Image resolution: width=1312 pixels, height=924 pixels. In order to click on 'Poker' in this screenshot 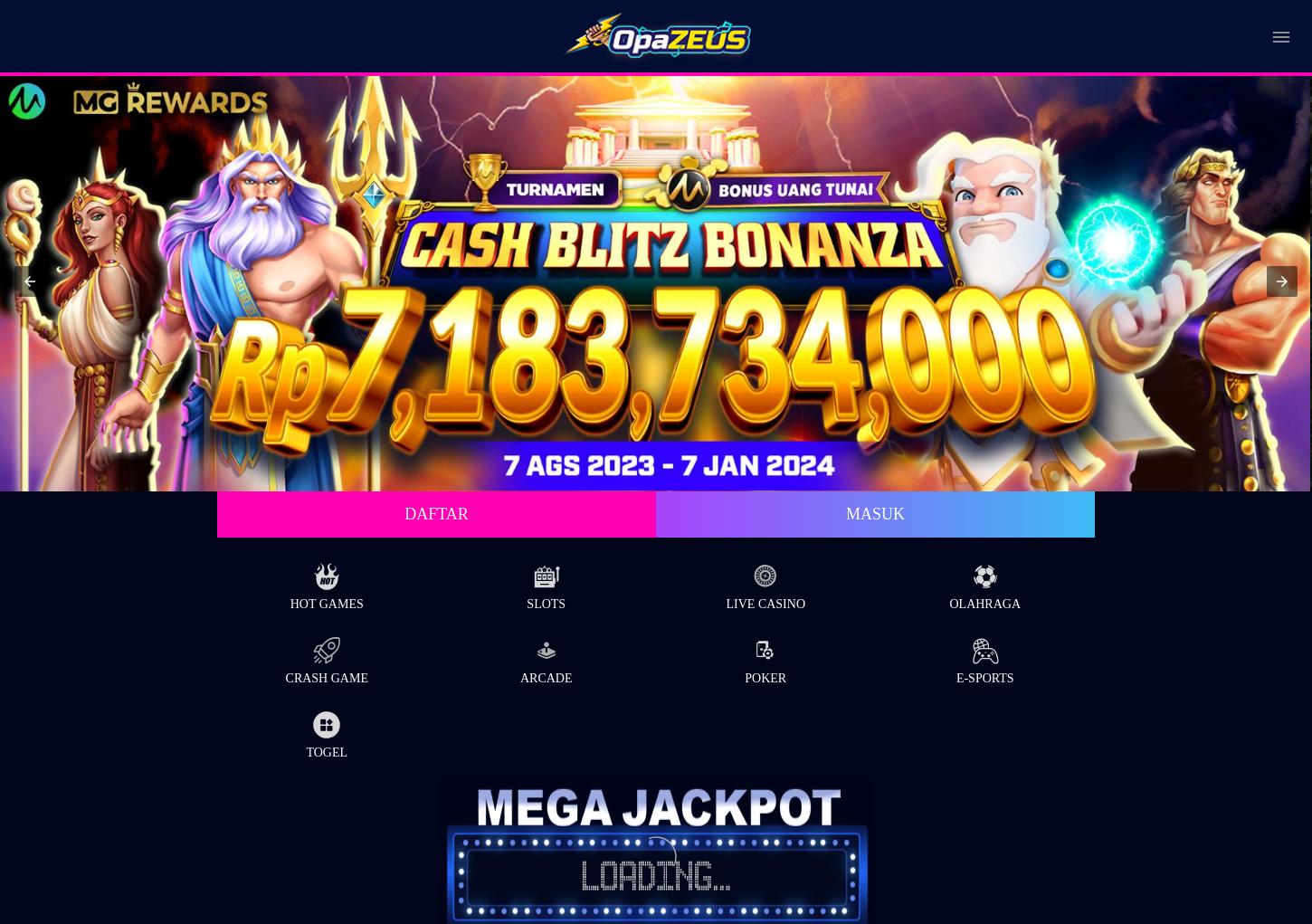, I will do `click(765, 677)`.